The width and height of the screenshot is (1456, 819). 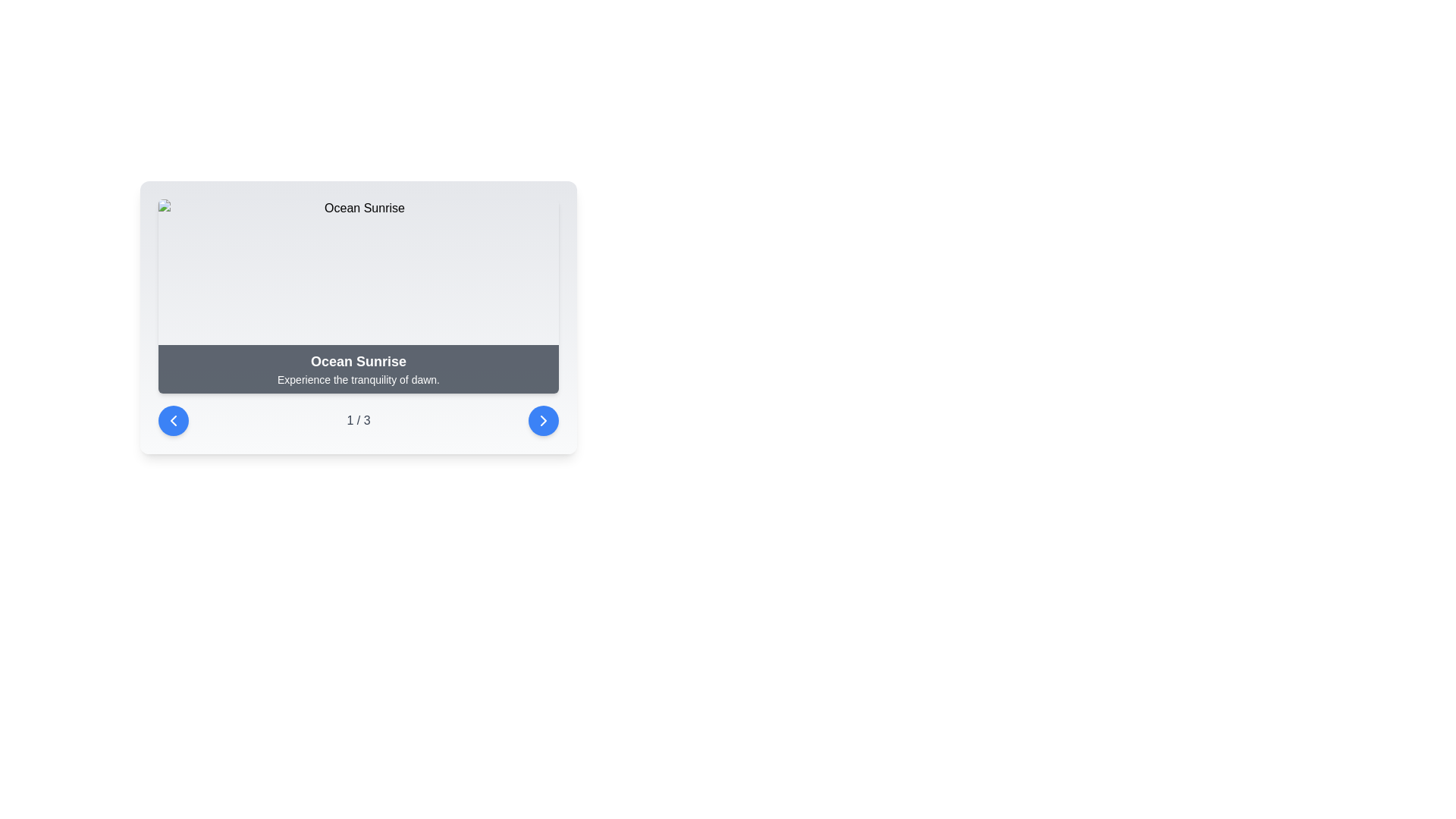 I want to click on the 'Ocean Sunrise' Text Label, which is the first text element in the darkened bar at the bottom of the white card, so click(x=358, y=362).